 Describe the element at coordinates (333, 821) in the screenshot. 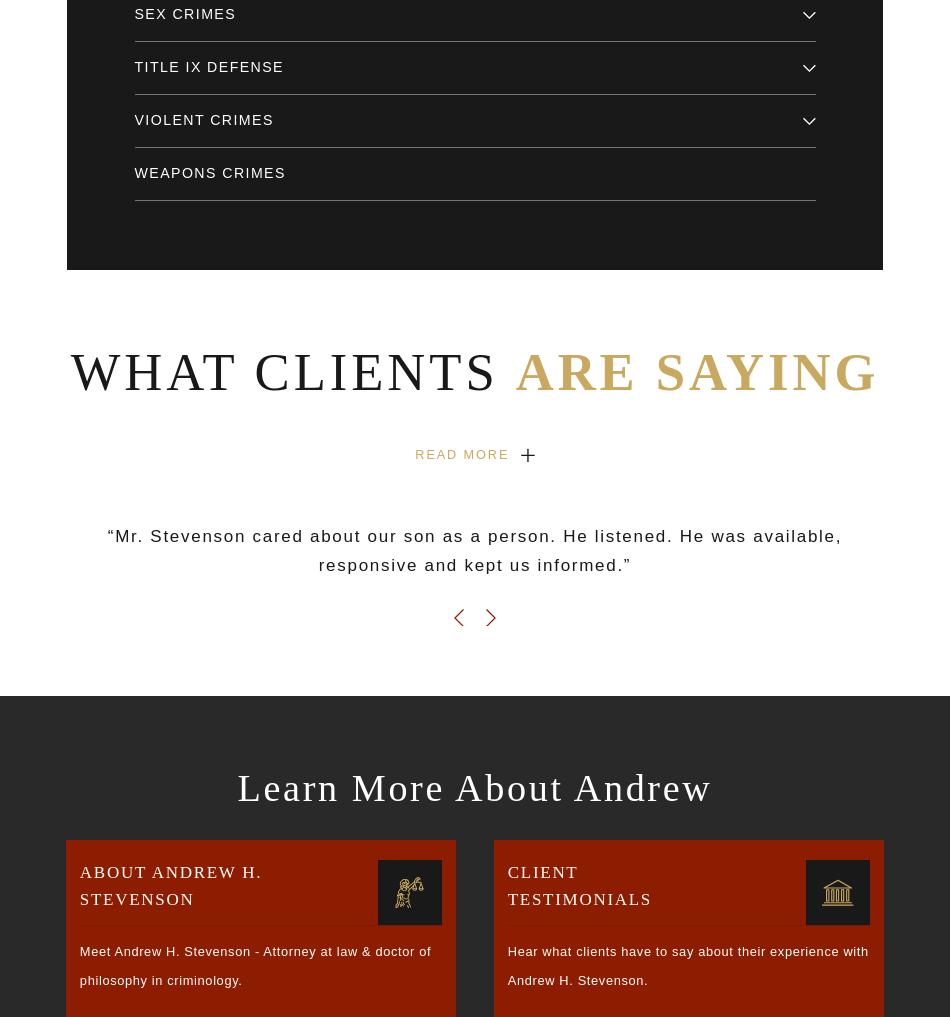

I see `'The information on this website is for general information purposes only. Nothing on this site should be taken as legal advice for any individual case or situation.'` at that location.